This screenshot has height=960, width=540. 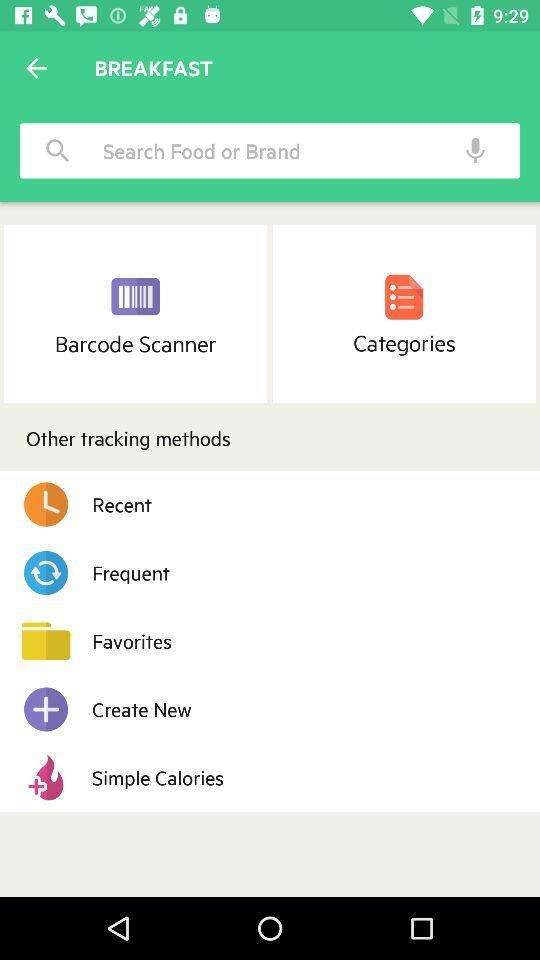 I want to click on the search icon, so click(x=58, y=149).